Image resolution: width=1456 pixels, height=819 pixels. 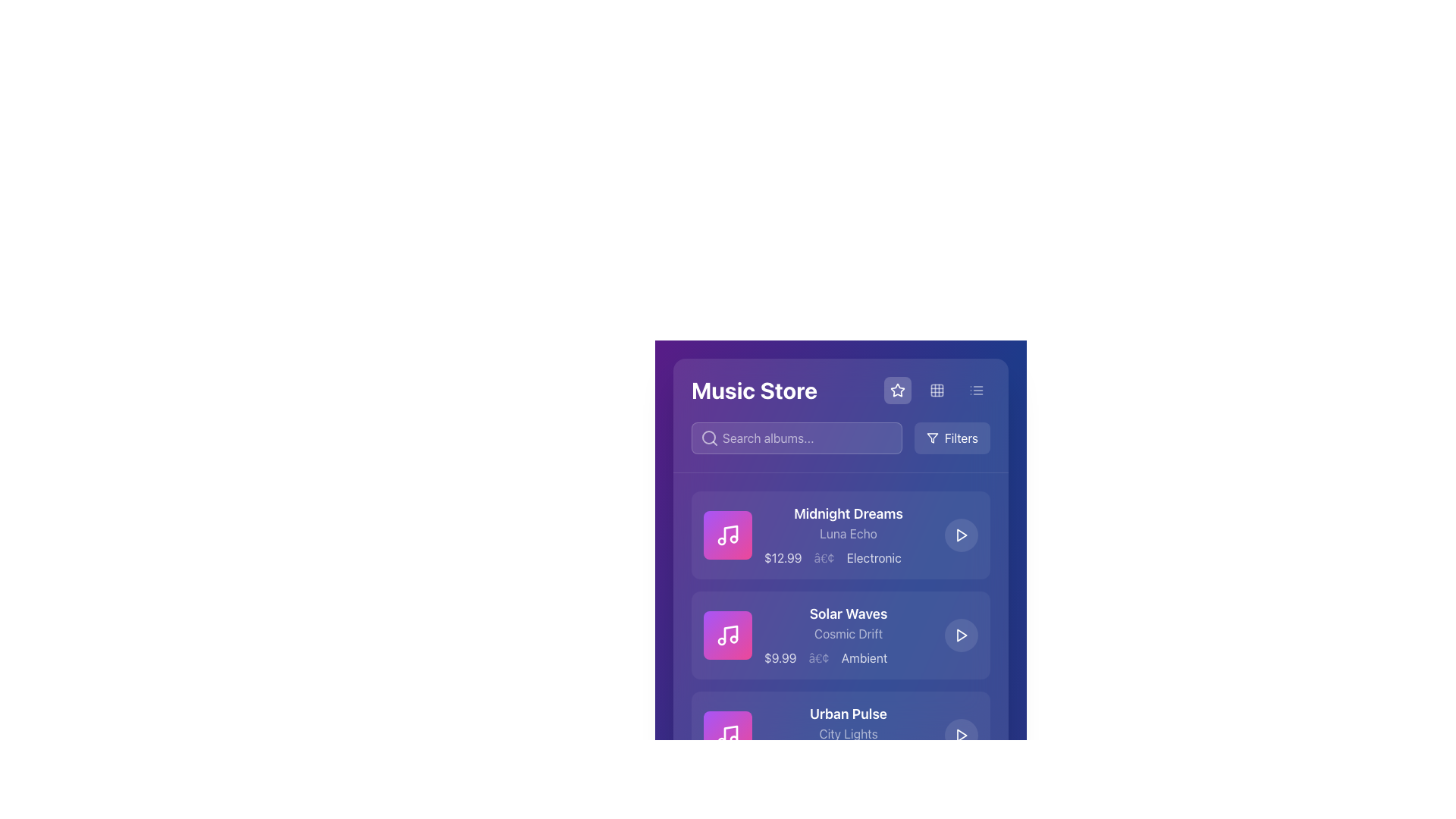 What do you see at coordinates (864, 657) in the screenshot?
I see `the 'Ambient' text label, which is displayed in pale white on a blue background, located beneath the 'Solar Waves' album entry and to the right of the '$9.99' price text` at bounding box center [864, 657].